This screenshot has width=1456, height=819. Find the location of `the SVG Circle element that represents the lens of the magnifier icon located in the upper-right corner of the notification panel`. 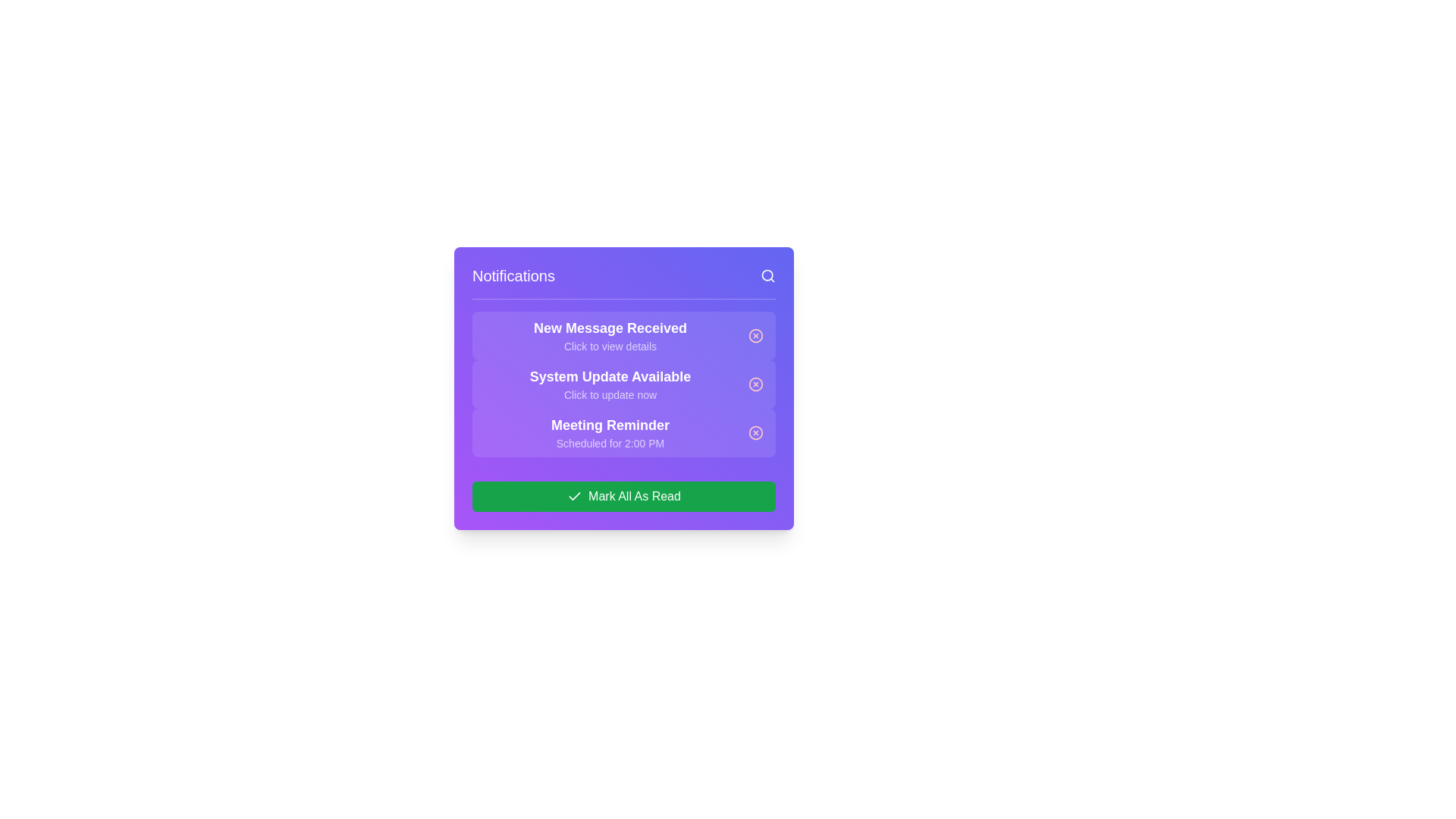

the SVG Circle element that represents the lens of the magnifier icon located in the upper-right corner of the notification panel is located at coordinates (767, 275).